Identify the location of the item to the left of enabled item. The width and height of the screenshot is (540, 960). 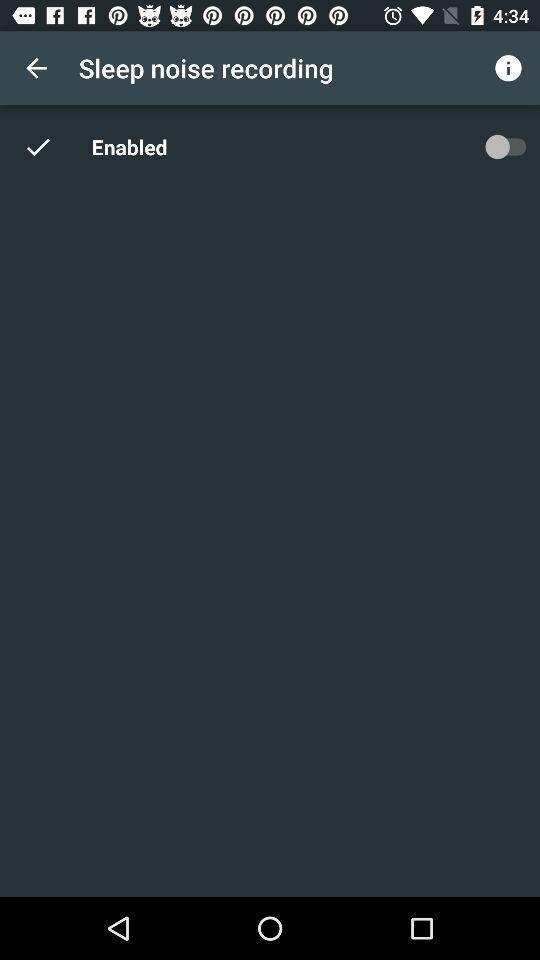
(49, 145).